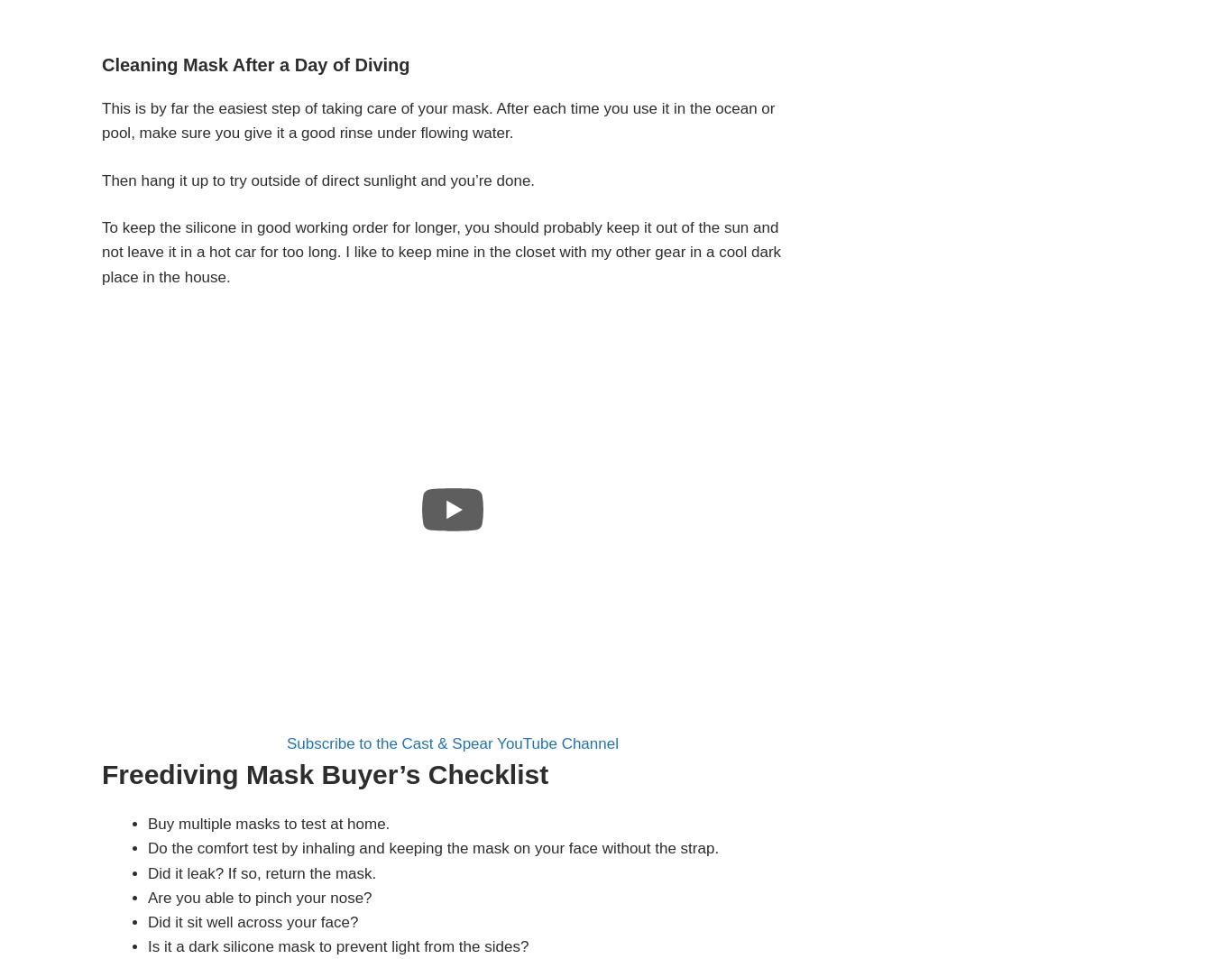  I want to click on 'Is it a dark silicone mask to prevent light from the sides?', so click(336, 945).